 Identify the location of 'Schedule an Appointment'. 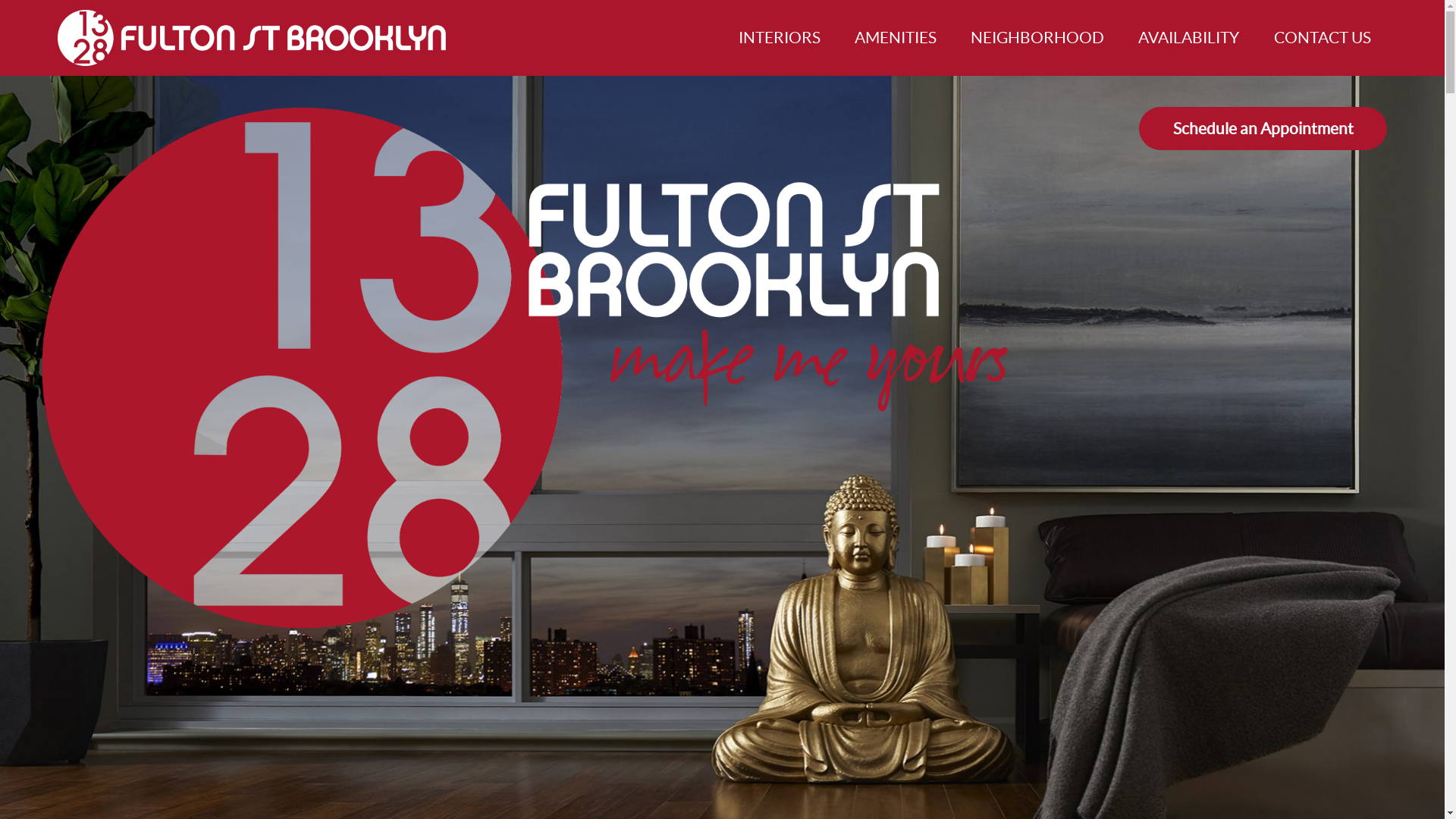
(1263, 127).